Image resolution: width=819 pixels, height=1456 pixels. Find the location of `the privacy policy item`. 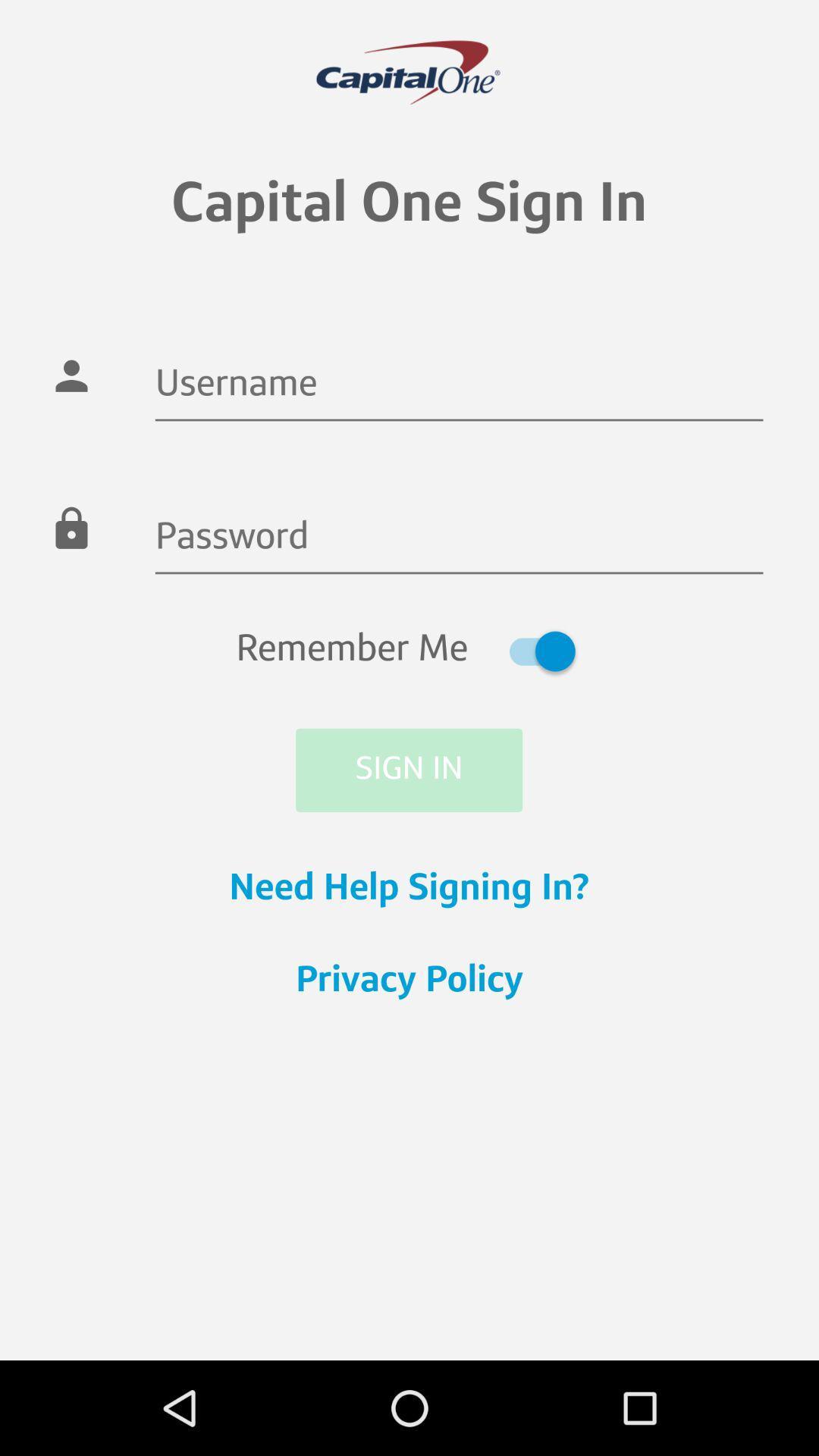

the privacy policy item is located at coordinates (409, 982).